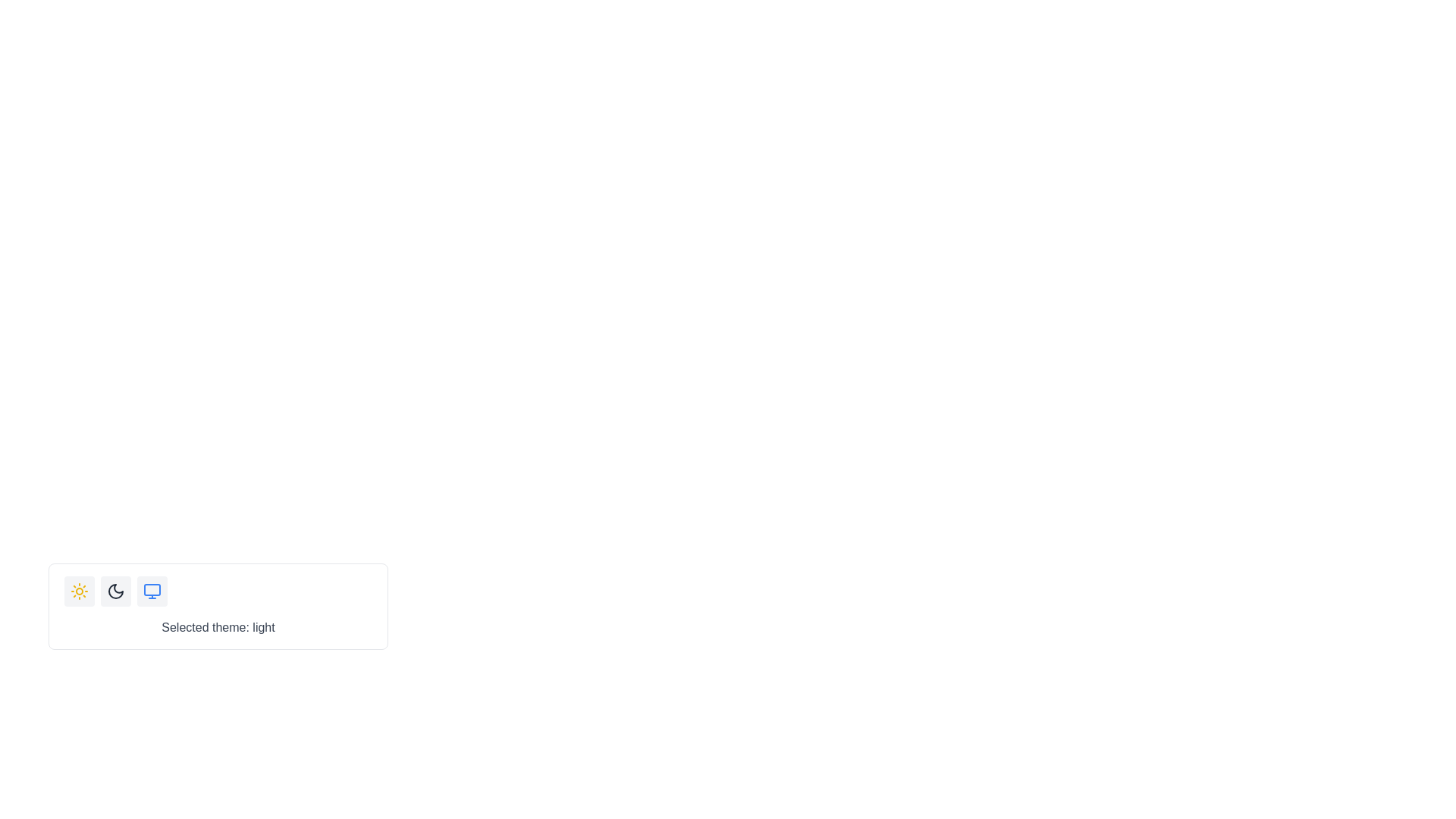 The image size is (1456, 819). What do you see at coordinates (79, 590) in the screenshot?
I see `the sun icon located at the center of the first button in a horizontal row of buttons to switch the theme` at bounding box center [79, 590].